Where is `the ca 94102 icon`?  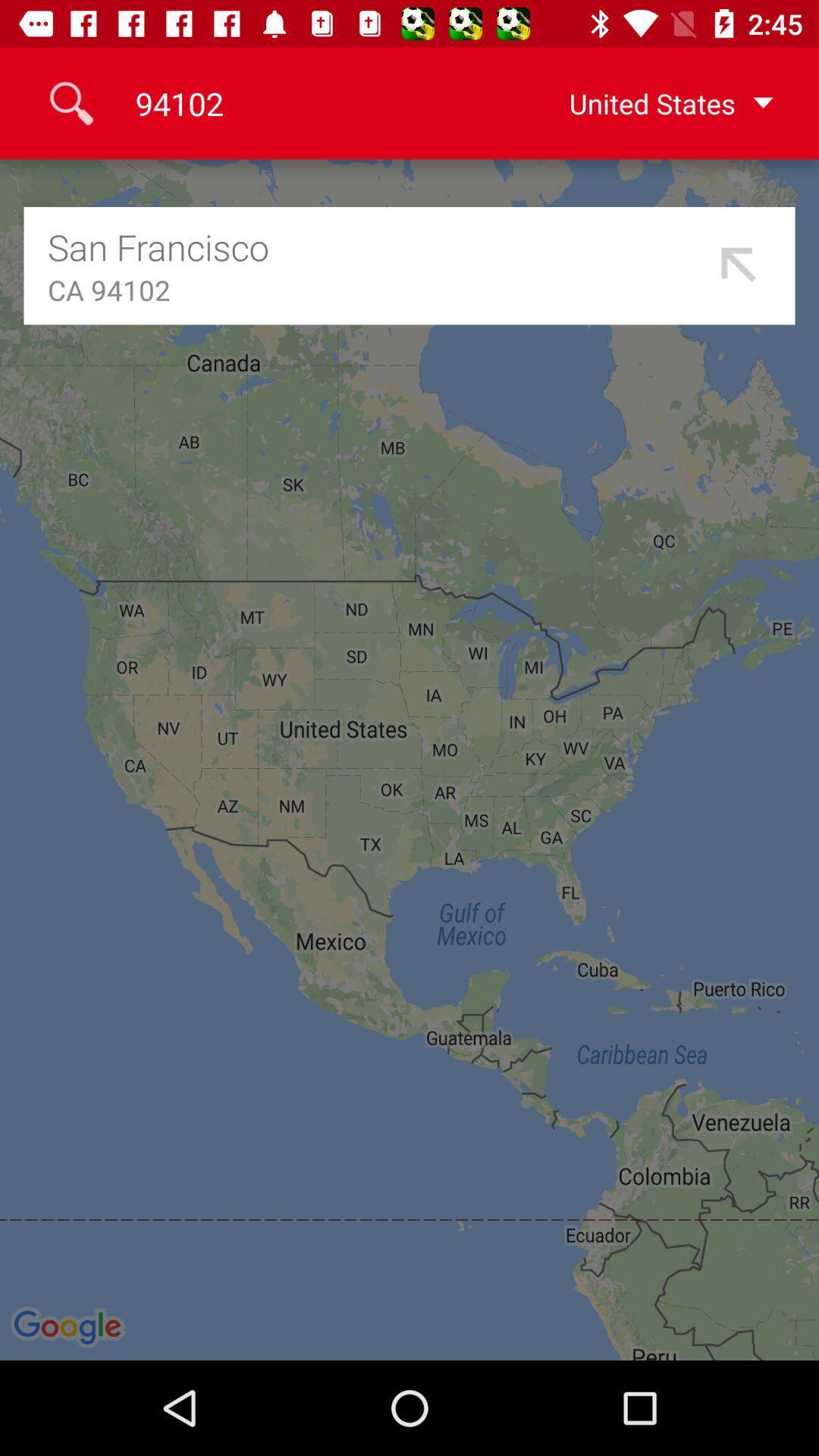
the ca 94102 icon is located at coordinates (376, 290).